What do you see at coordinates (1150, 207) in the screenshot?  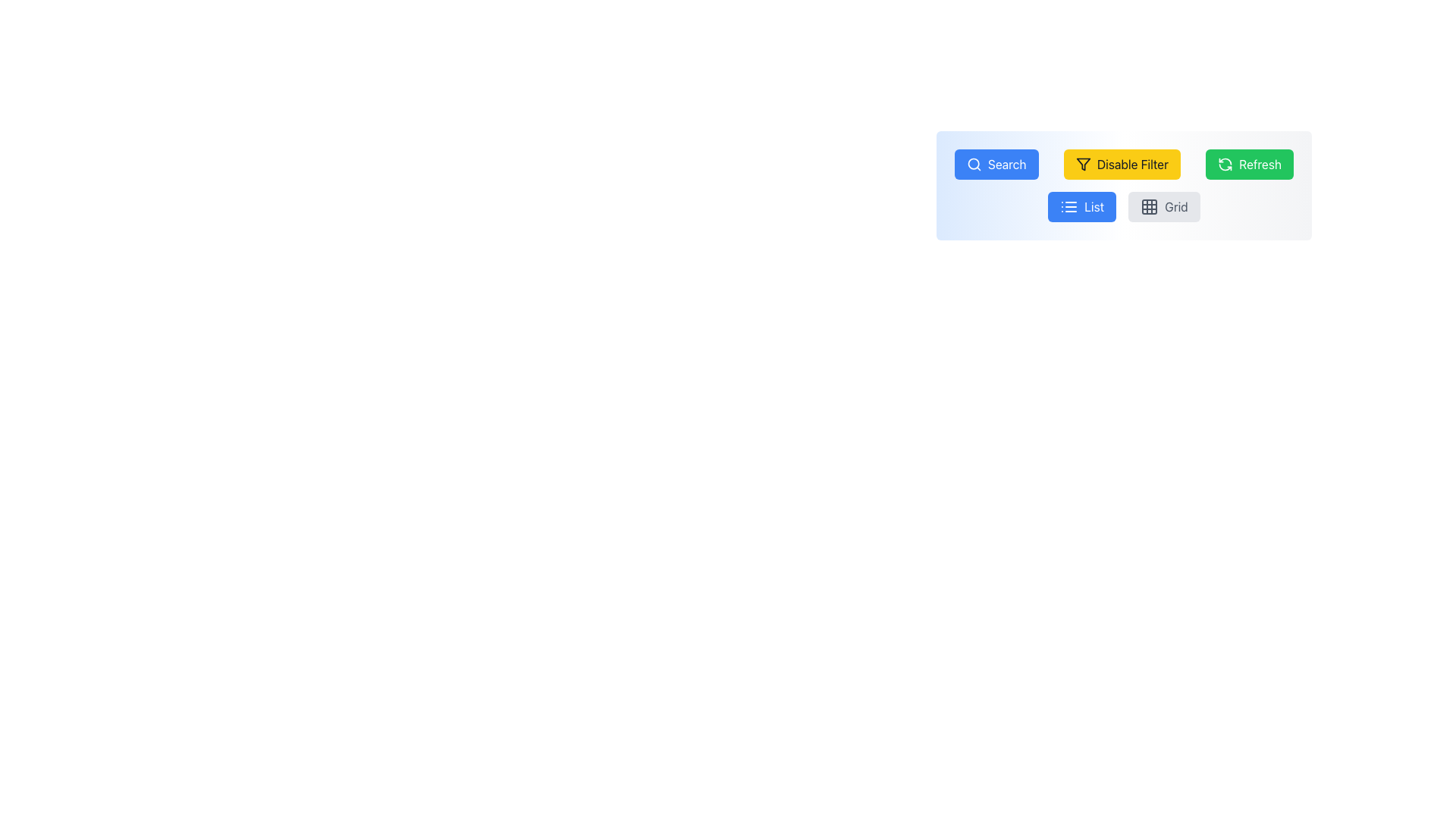 I see `the rectangular region within the grid icon in the toolbar, which is styled uniformly with rounded corners and is centrally located within the grid structure` at bounding box center [1150, 207].